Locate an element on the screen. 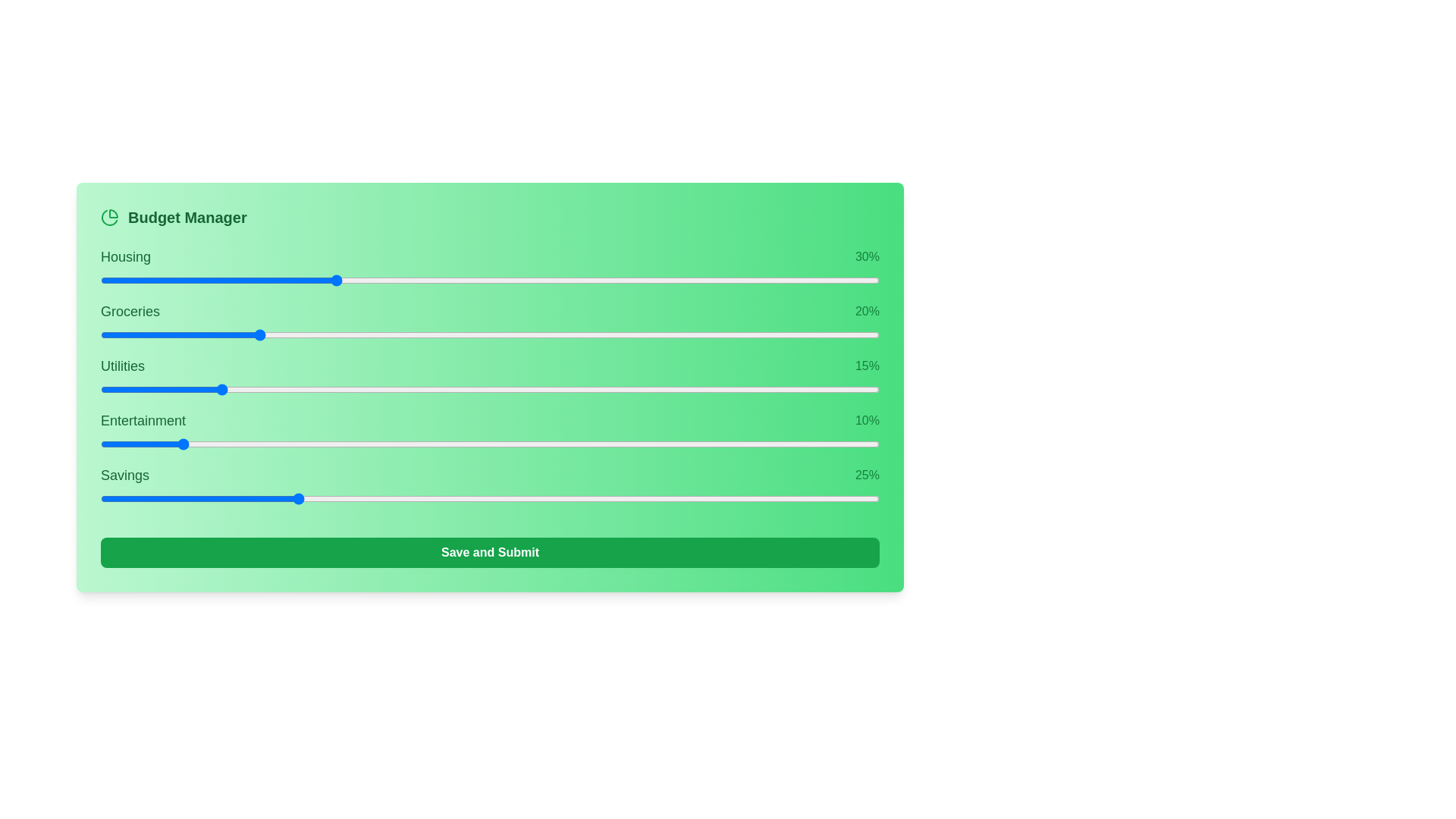 The width and height of the screenshot is (1456, 819). the slider for 0 to 21% allocation is located at coordinates (571, 281).